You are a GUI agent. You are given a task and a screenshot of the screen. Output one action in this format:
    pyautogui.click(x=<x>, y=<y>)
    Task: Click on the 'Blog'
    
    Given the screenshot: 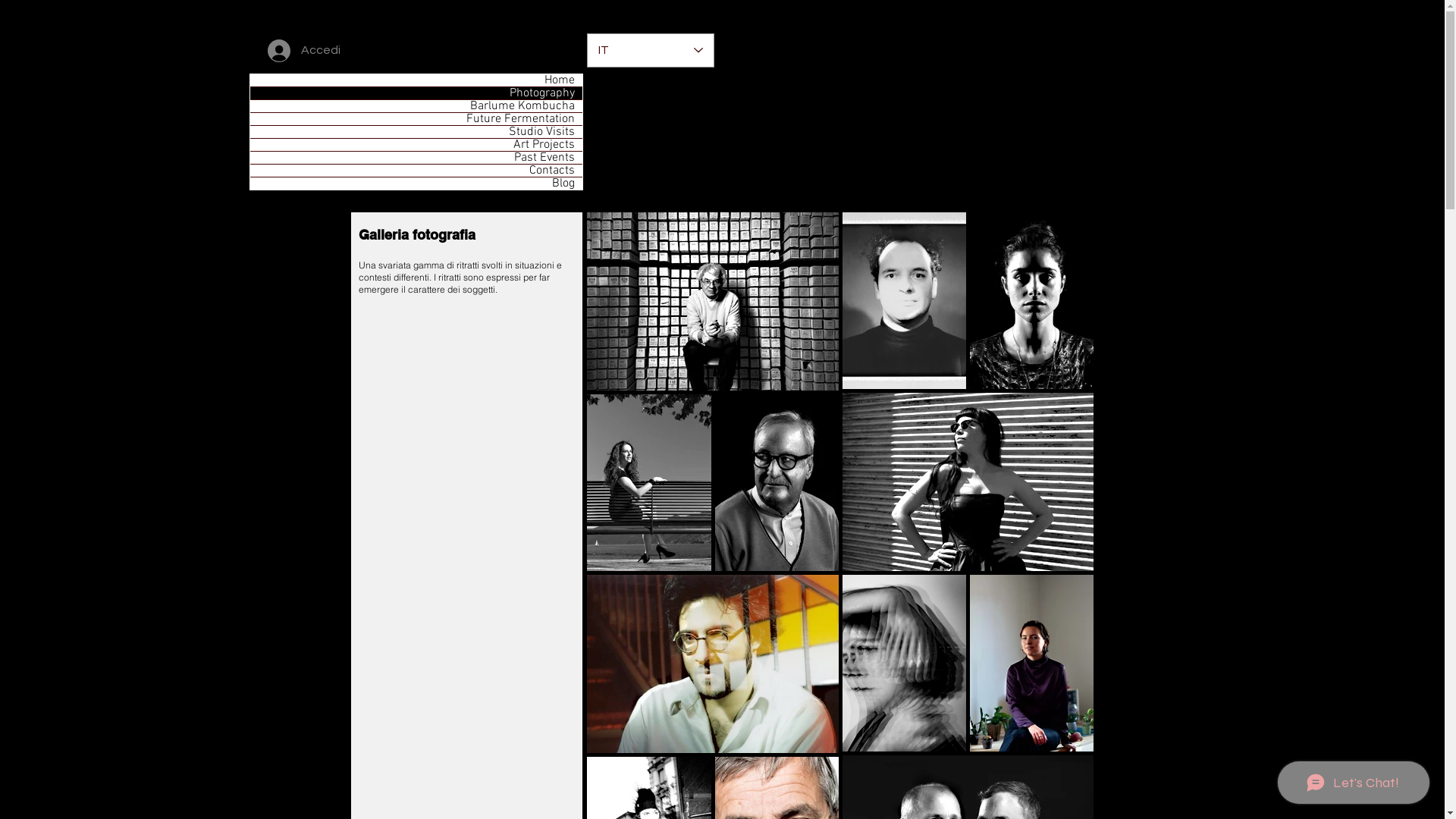 What is the action you would take?
    pyautogui.click(x=416, y=183)
    